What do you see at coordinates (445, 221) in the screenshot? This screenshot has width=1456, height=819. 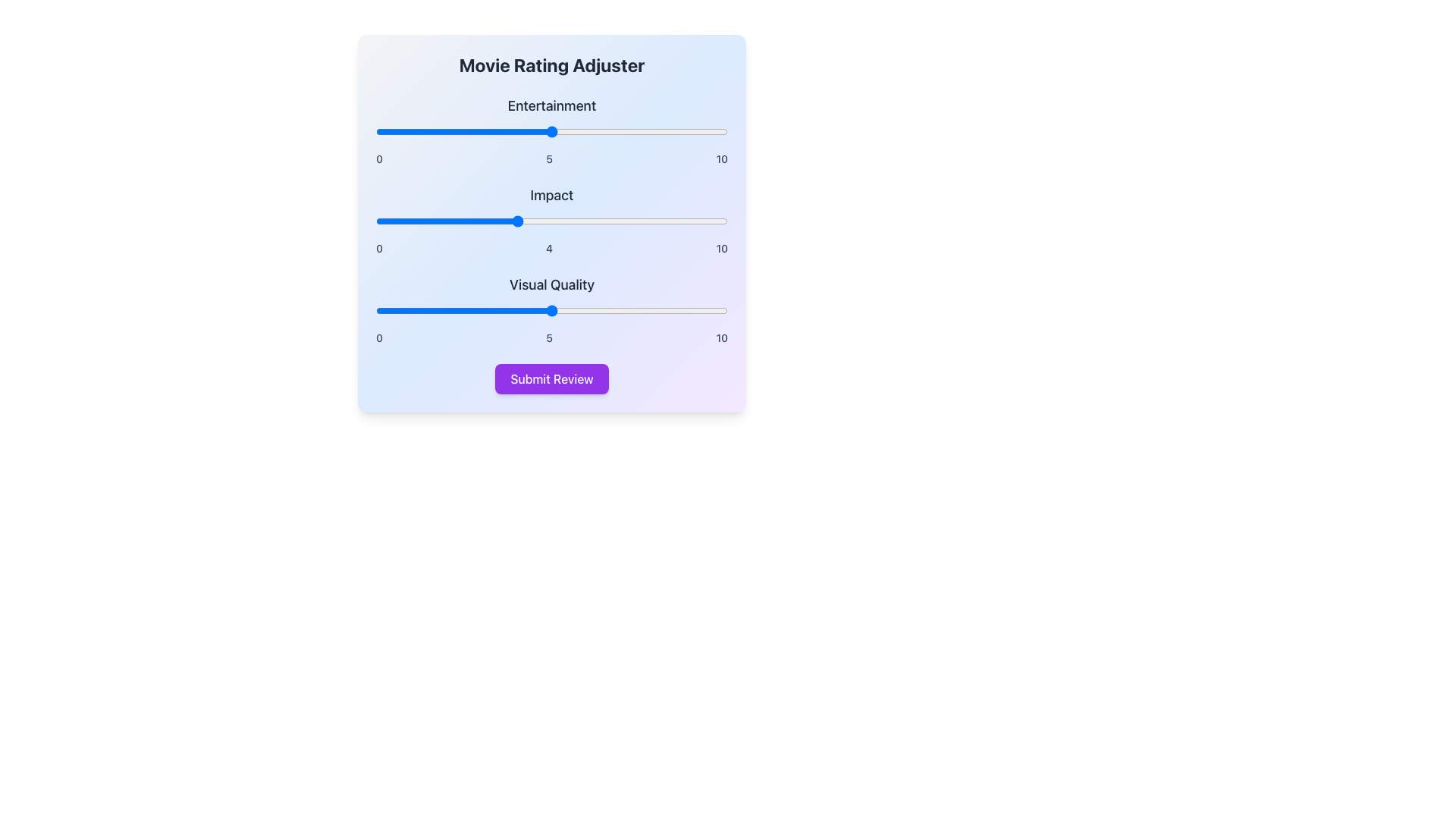 I see `the Impact slider value` at bounding box center [445, 221].